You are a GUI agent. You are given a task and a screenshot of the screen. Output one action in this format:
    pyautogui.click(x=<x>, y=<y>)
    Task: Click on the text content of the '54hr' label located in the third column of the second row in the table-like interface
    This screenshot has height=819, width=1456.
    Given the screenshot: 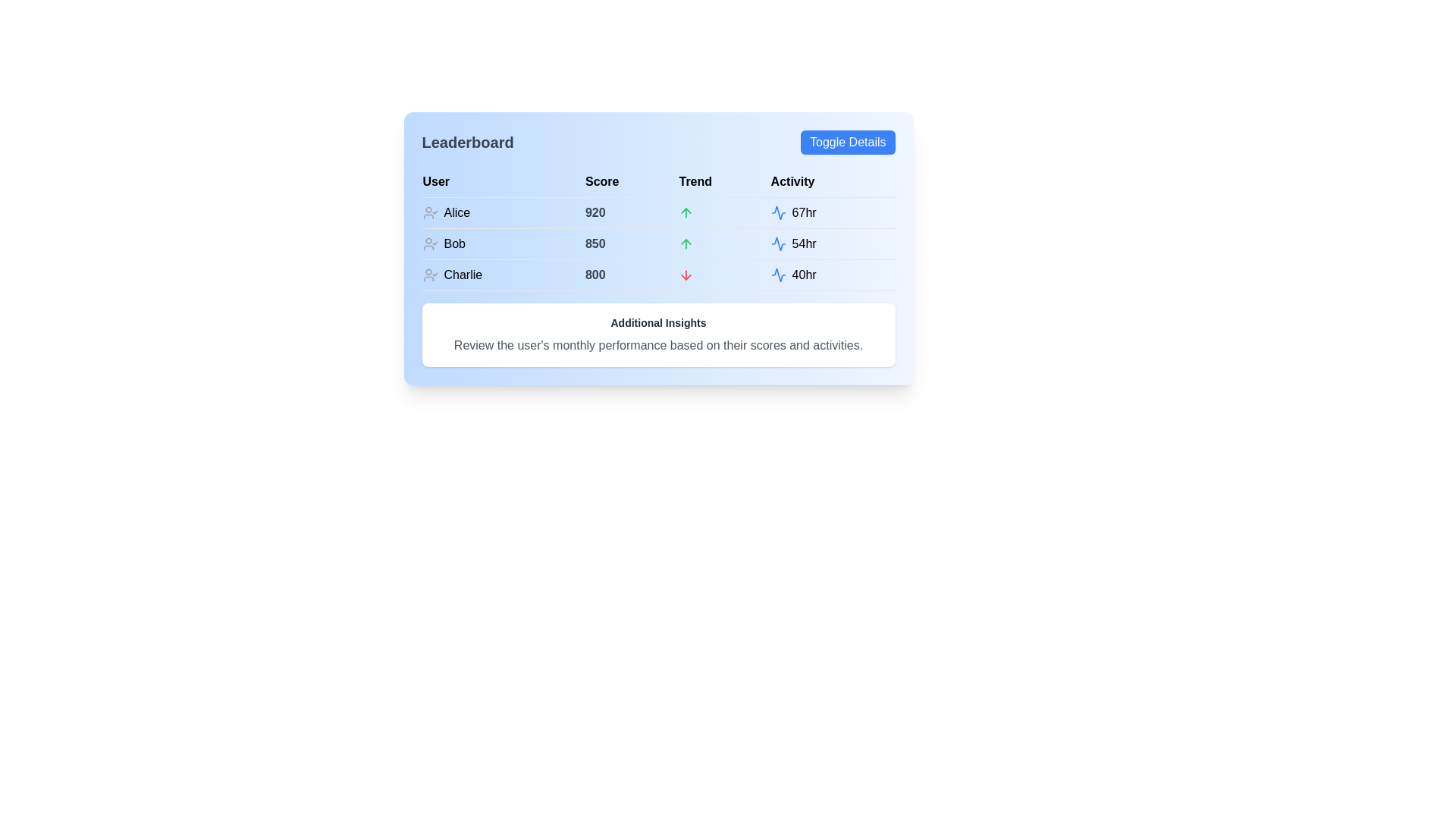 What is the action you would take?
    pyautogui.click(x=803, y=243)
    